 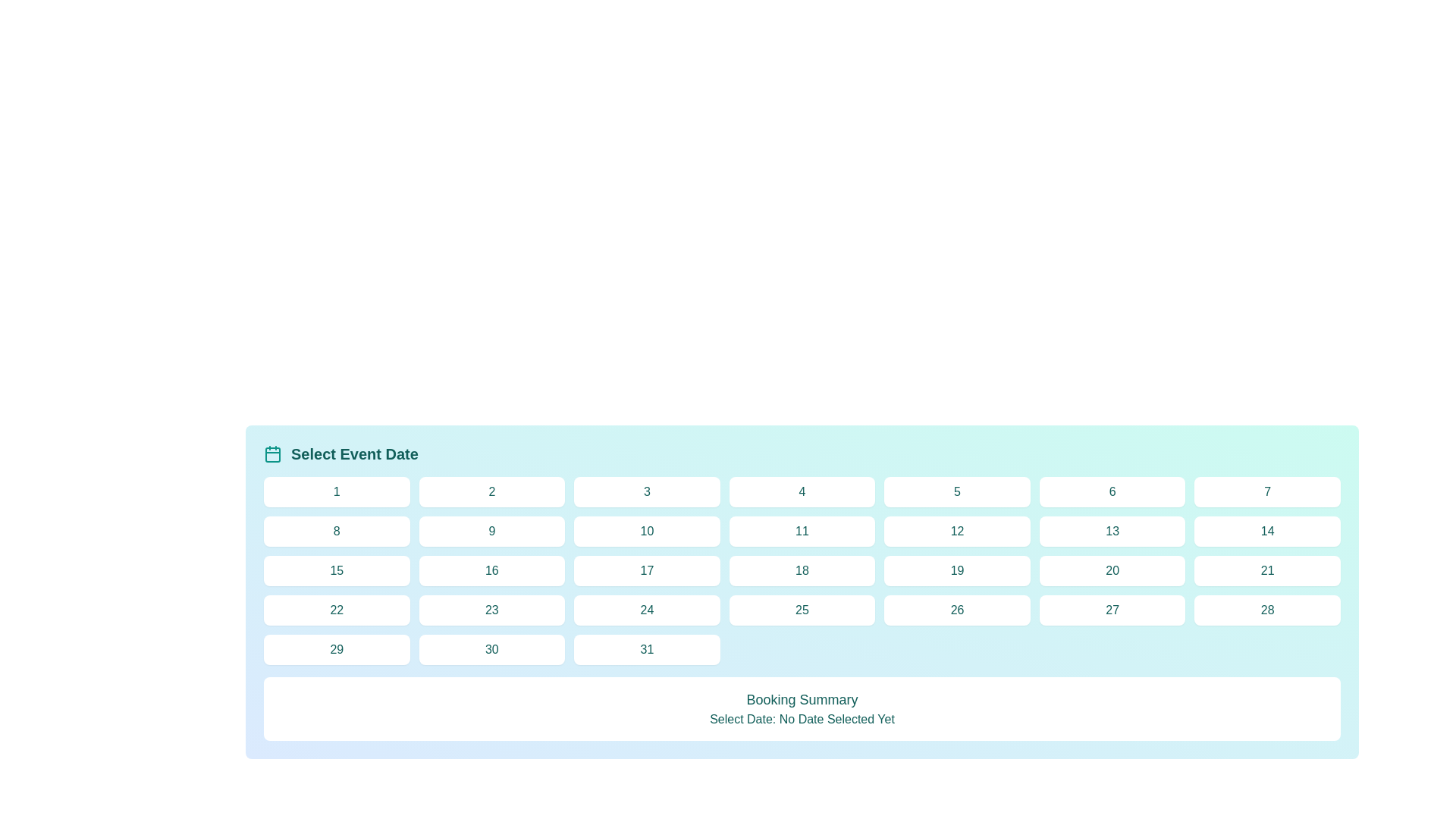 I want to click on the interactive button for selecting the date '29' in the calendar grid, so click(x=336, y=648).